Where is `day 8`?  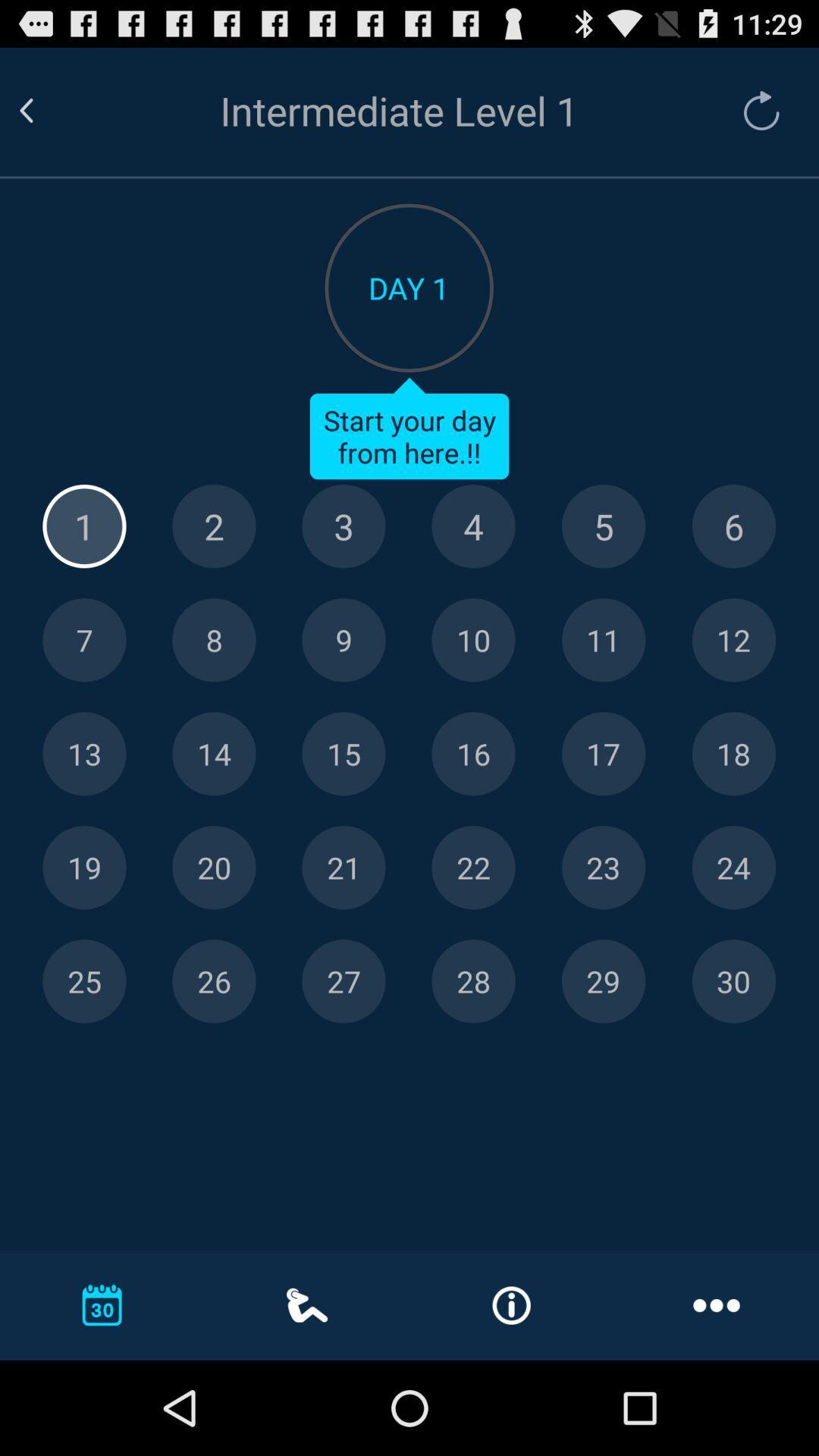
day 8 is located at coordinates (214, 640).